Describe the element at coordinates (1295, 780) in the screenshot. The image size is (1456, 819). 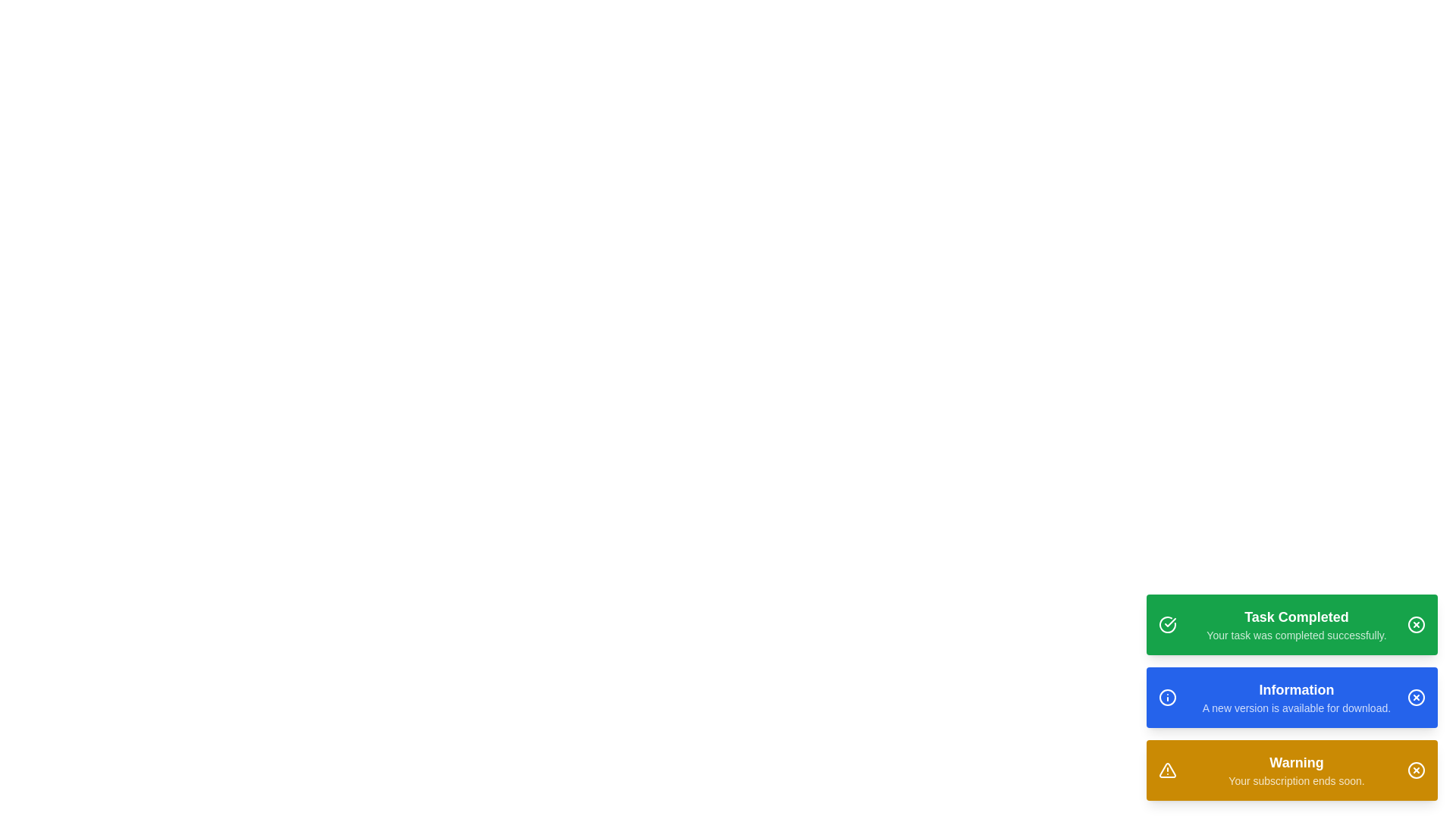
I see `text displayed as 'Your subscription ends soon.' which is positioned directly below the 'Warning' title in the notification block` at that location.